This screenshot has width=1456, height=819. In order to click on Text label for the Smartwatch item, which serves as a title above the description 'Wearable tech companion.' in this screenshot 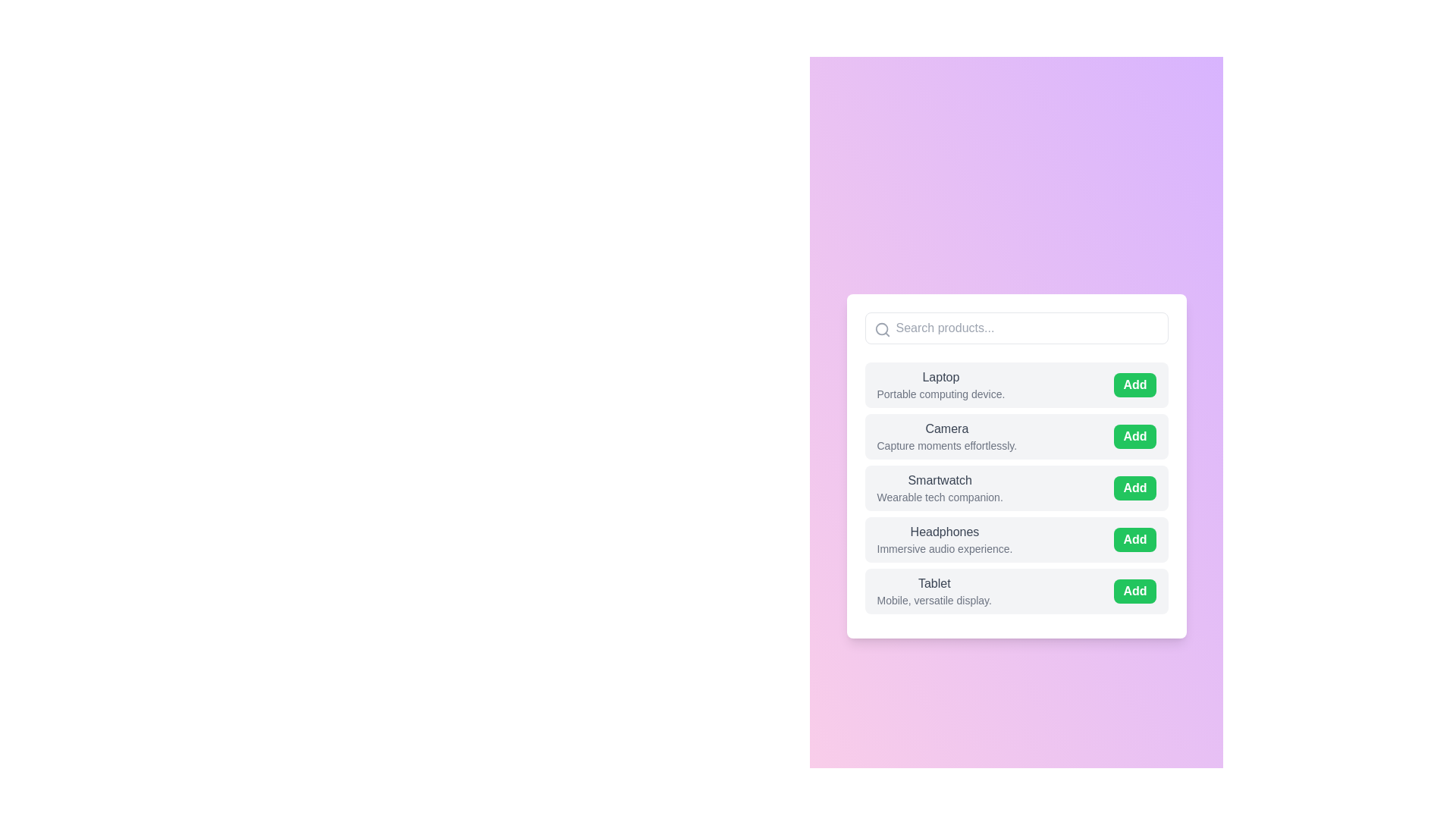, I will do `click(939, 480)`.